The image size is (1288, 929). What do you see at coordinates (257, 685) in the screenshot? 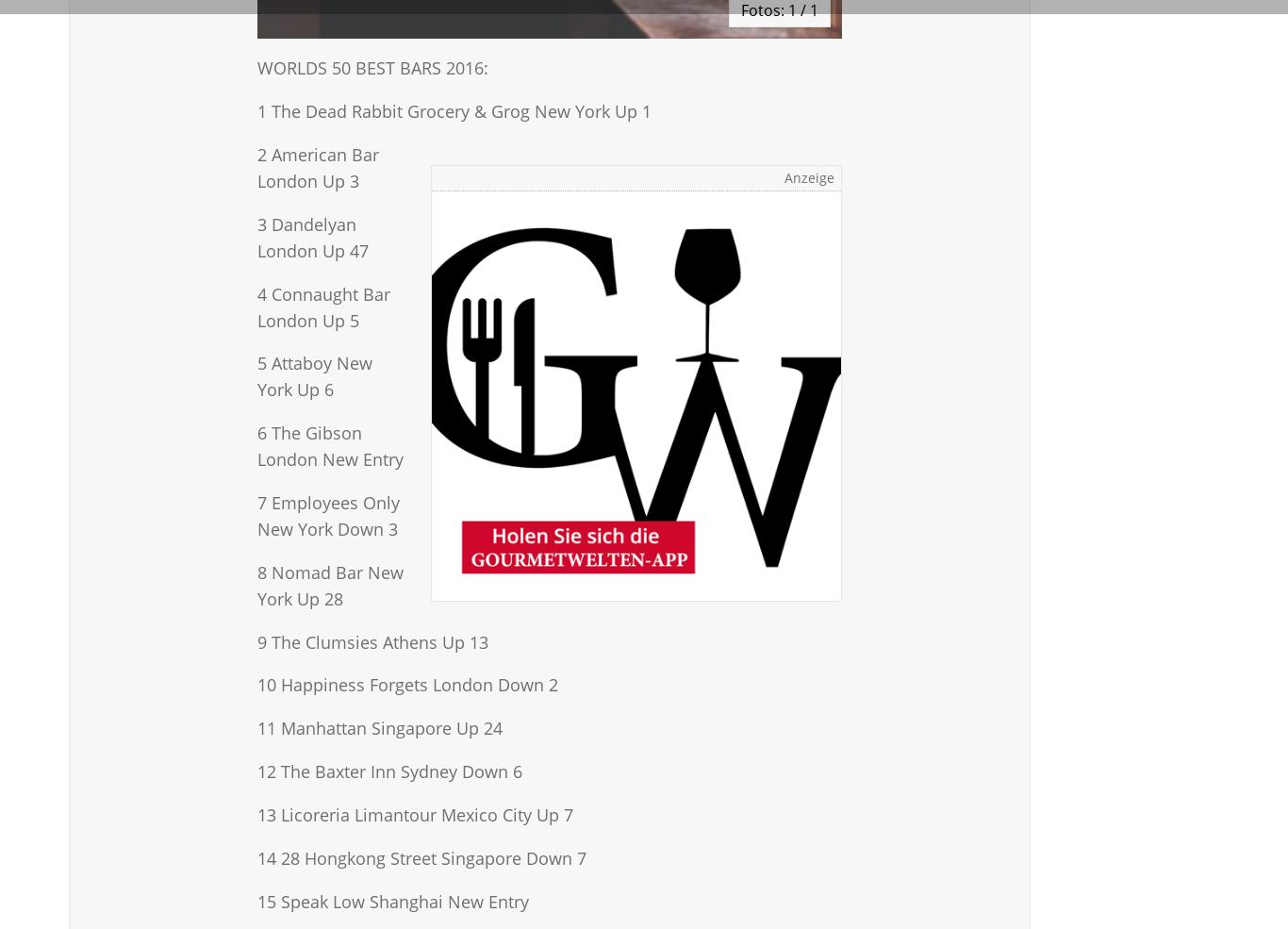
I see `'10	Happiness Forgets	London	Down 2'` at bounding box center [257, 685].